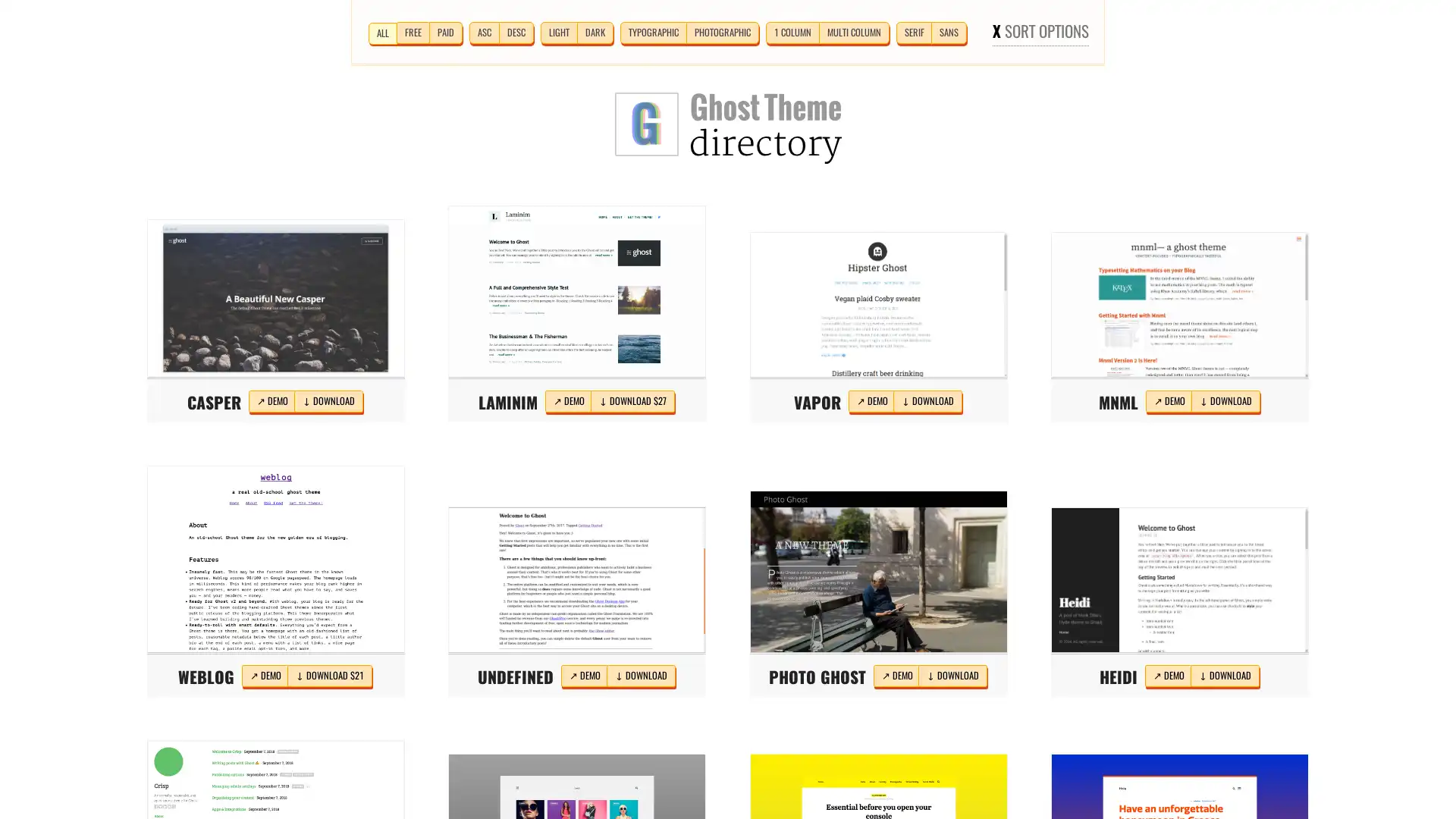 This screenshot has width=1456, height=819. I want to click on 1 COLUMN, so click(791, 32).